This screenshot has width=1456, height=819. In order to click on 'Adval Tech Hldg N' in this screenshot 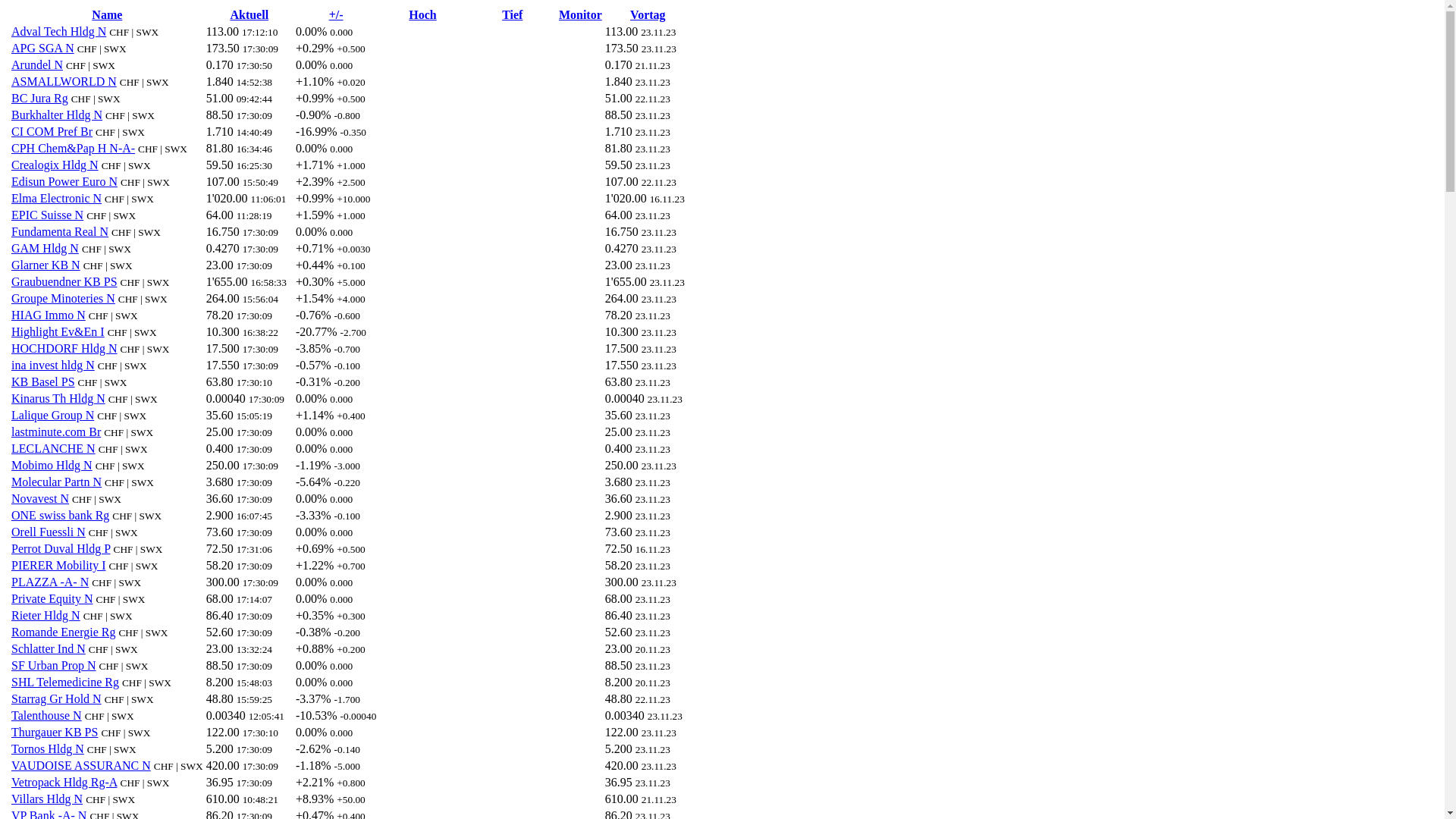, I will do `click(58, 31)`.